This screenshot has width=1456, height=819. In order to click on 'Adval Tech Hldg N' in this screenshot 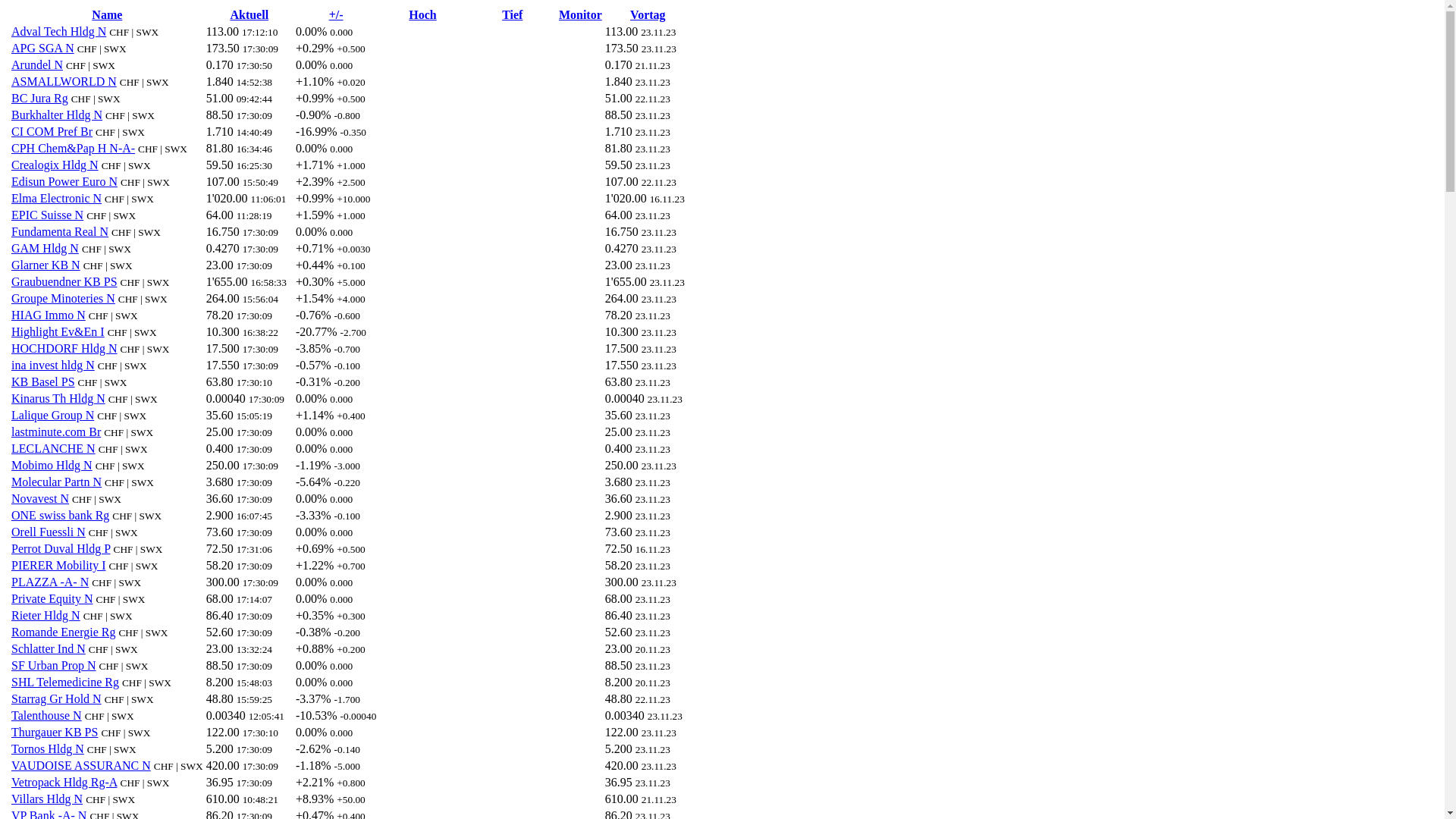, I will do `click(58, 31)`.